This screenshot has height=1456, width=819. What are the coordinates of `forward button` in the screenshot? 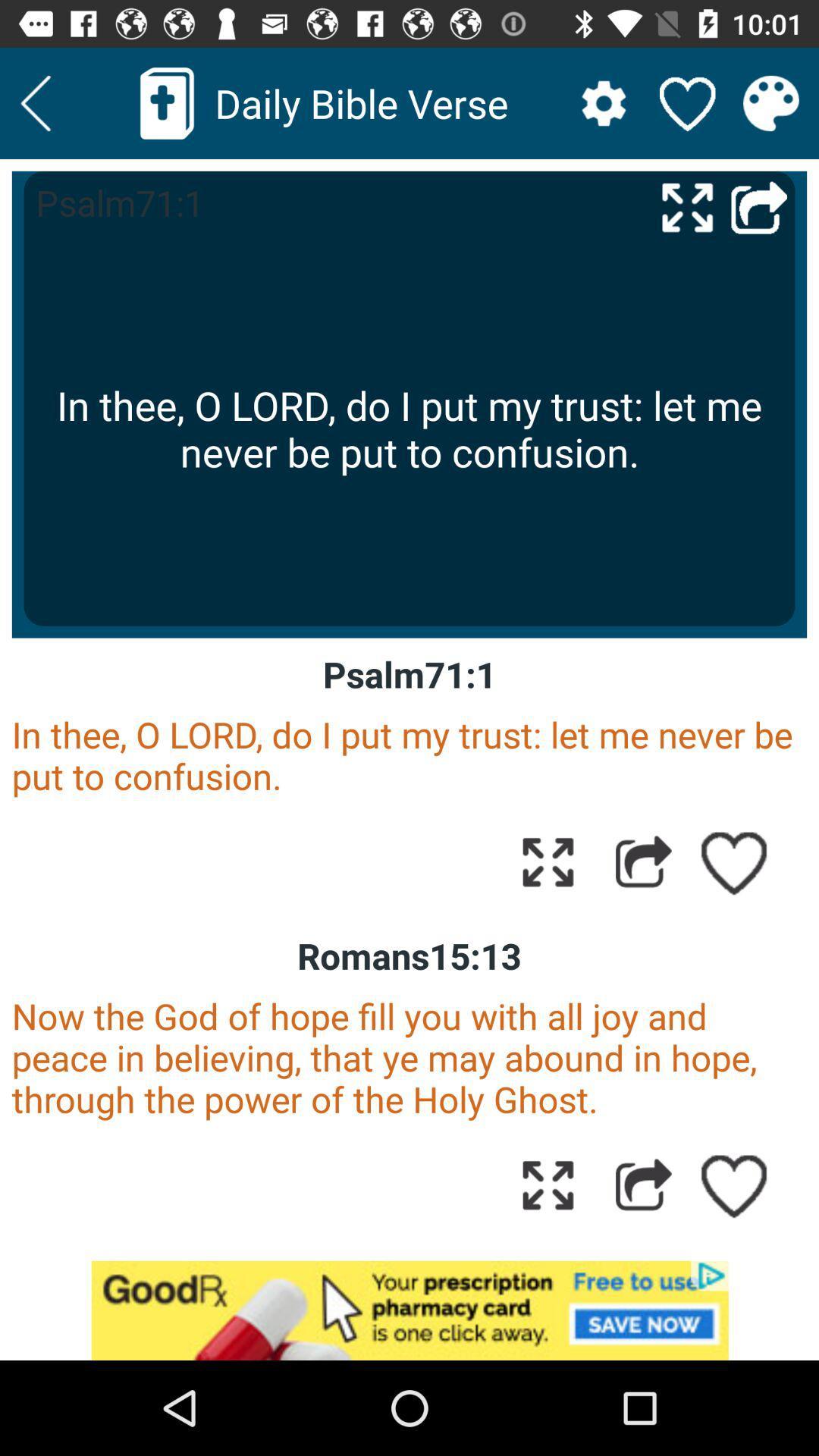 It's located at (643, 1184).